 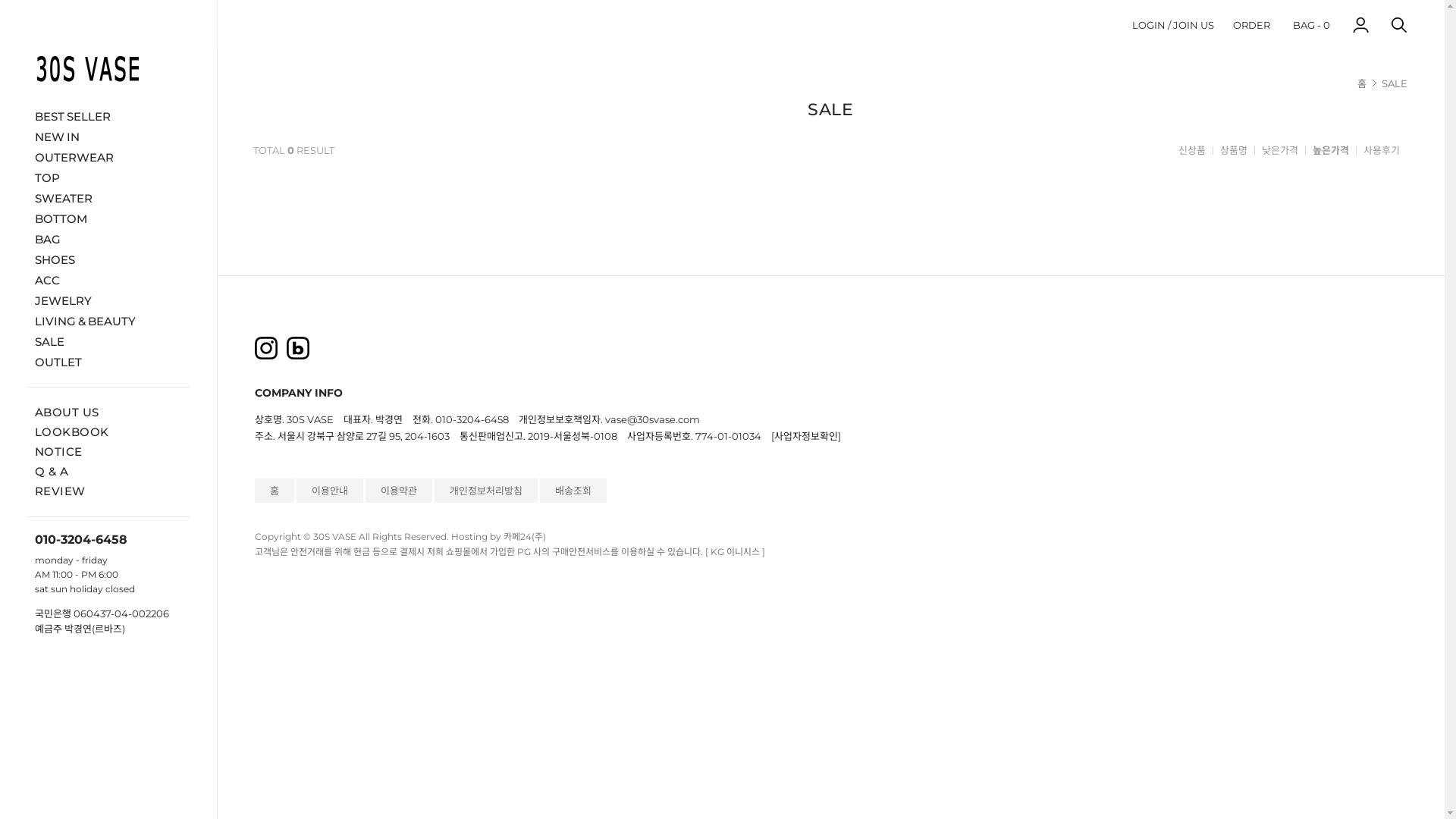 I want to click on 'SHOES', so click(x=108, y=258).